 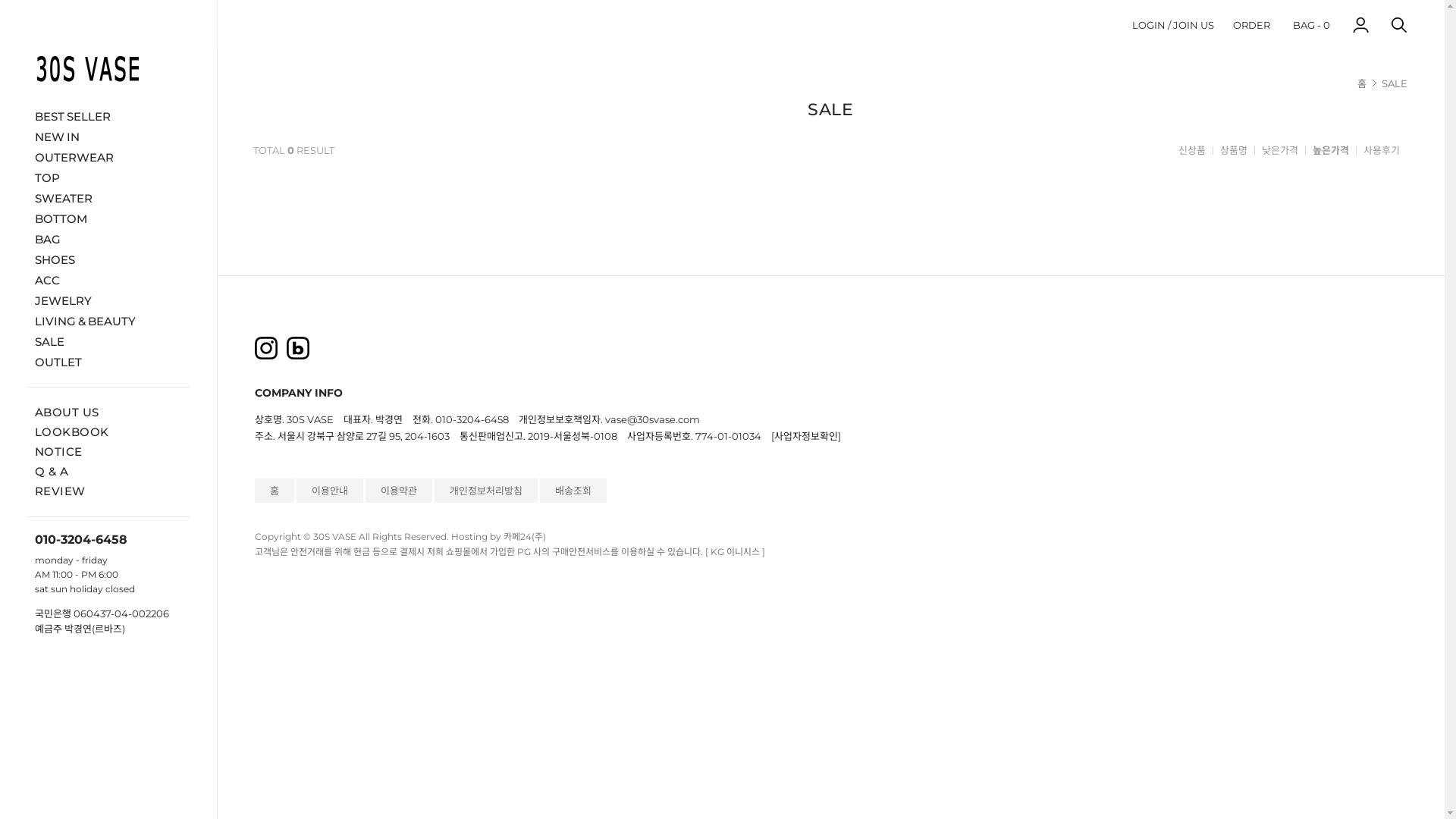 I want to click on 'SHOES', so click(x=108, y=258).